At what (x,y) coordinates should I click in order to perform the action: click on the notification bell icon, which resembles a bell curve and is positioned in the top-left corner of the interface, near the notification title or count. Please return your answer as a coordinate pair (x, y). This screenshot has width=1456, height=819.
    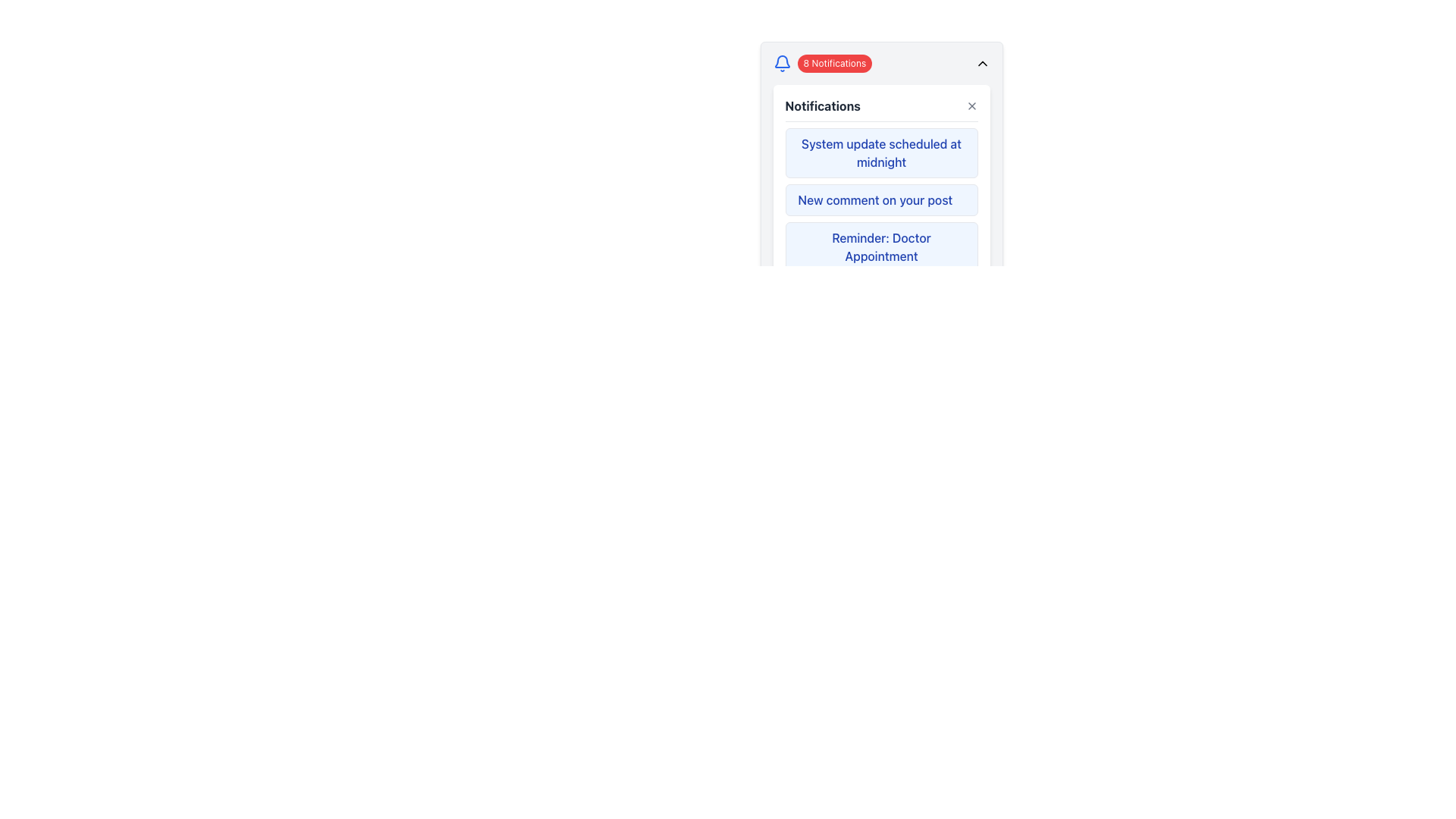
    Looking at the image, I should click on (782, 61).